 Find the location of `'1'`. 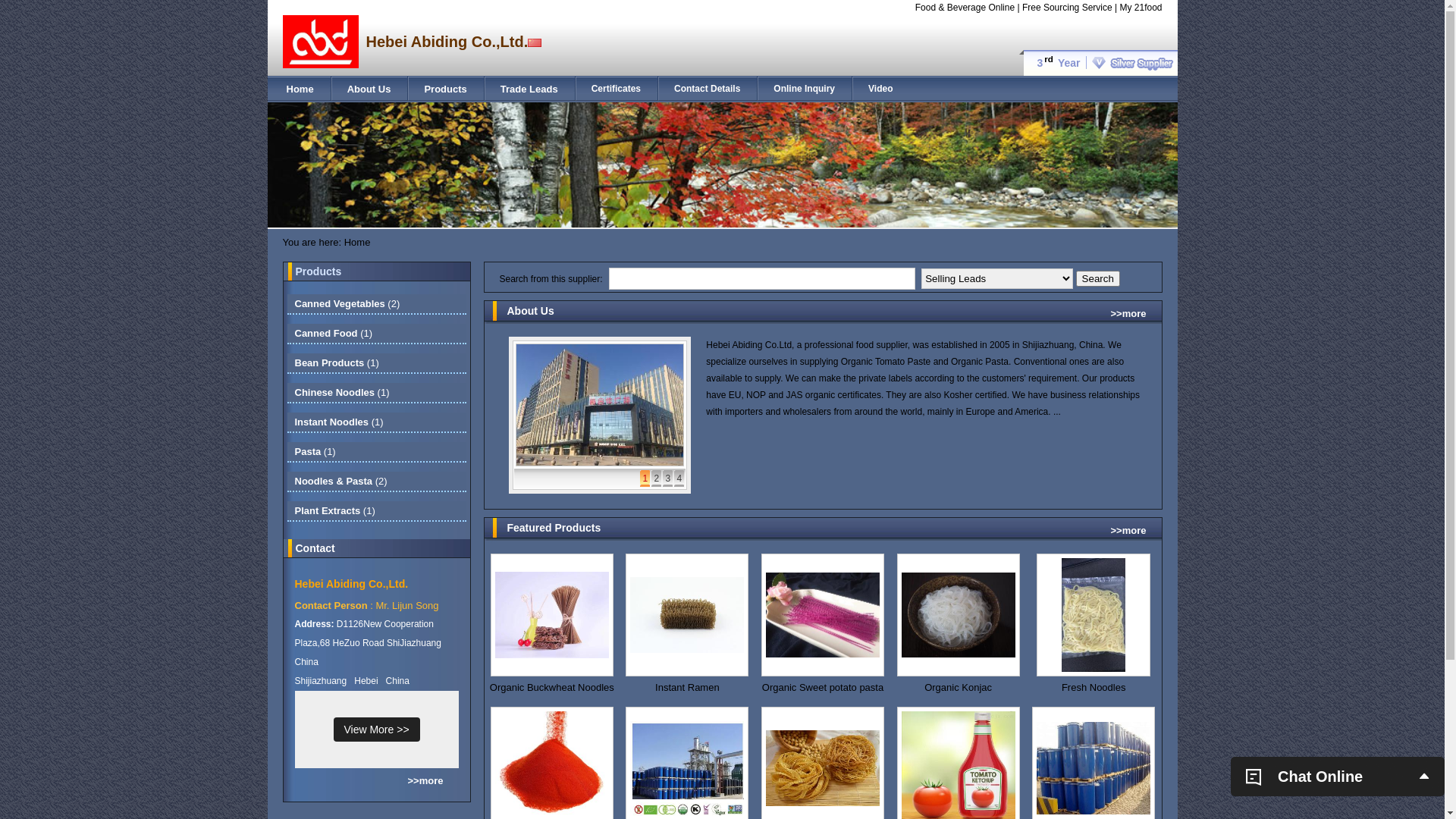

'1' is located at coordinates (645, 479).